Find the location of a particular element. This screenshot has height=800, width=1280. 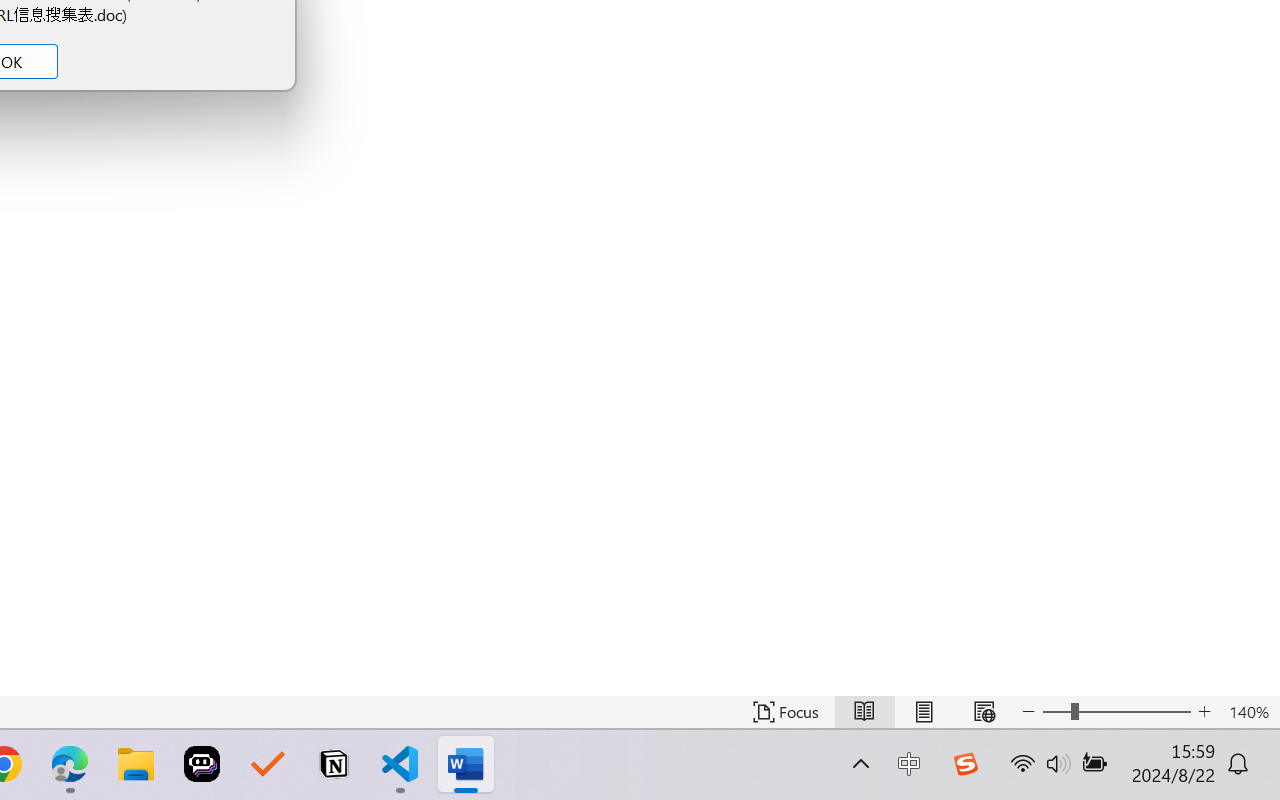

'Web Layout' is located at coordinates (984, 711).